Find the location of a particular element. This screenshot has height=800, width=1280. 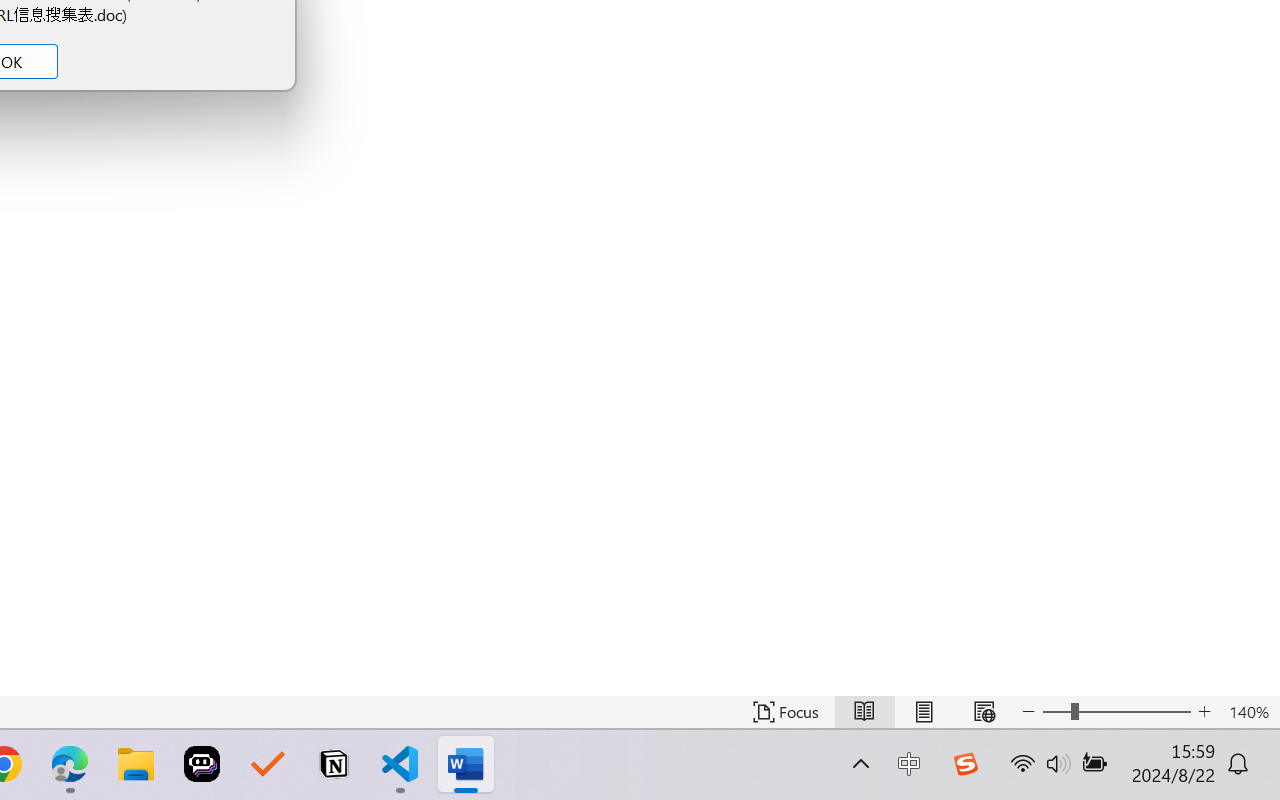

'Web Layout' is located at coordinates (984, 711).